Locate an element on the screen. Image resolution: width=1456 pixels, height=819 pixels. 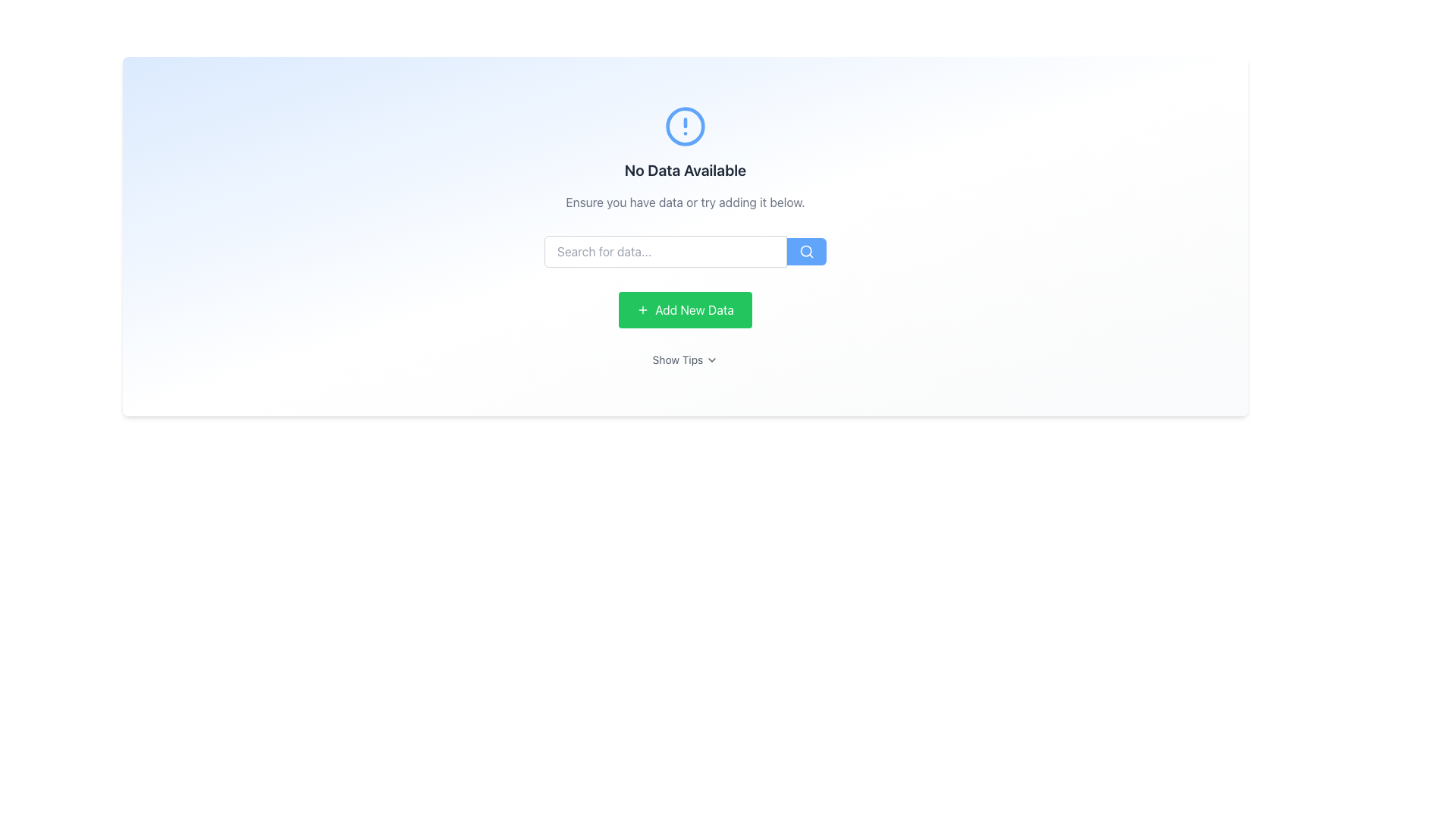
the button located at the bottom center of the 'No Data Available' section is located at coordinates (684, 309).